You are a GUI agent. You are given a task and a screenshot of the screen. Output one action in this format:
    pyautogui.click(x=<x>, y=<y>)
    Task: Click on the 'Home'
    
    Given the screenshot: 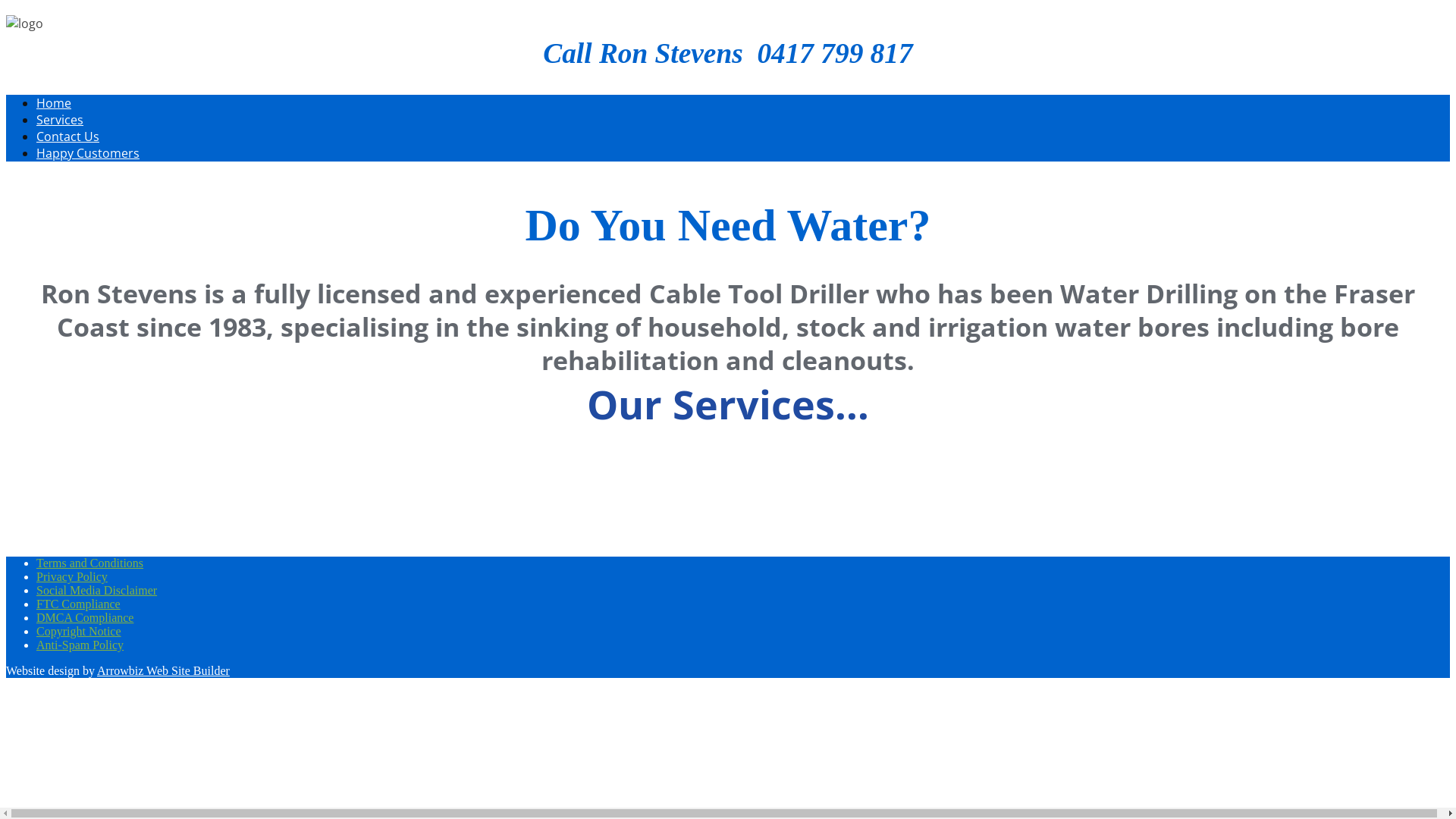 What is the action you would take?
    pyautogui.click(x=36, y=102)
    